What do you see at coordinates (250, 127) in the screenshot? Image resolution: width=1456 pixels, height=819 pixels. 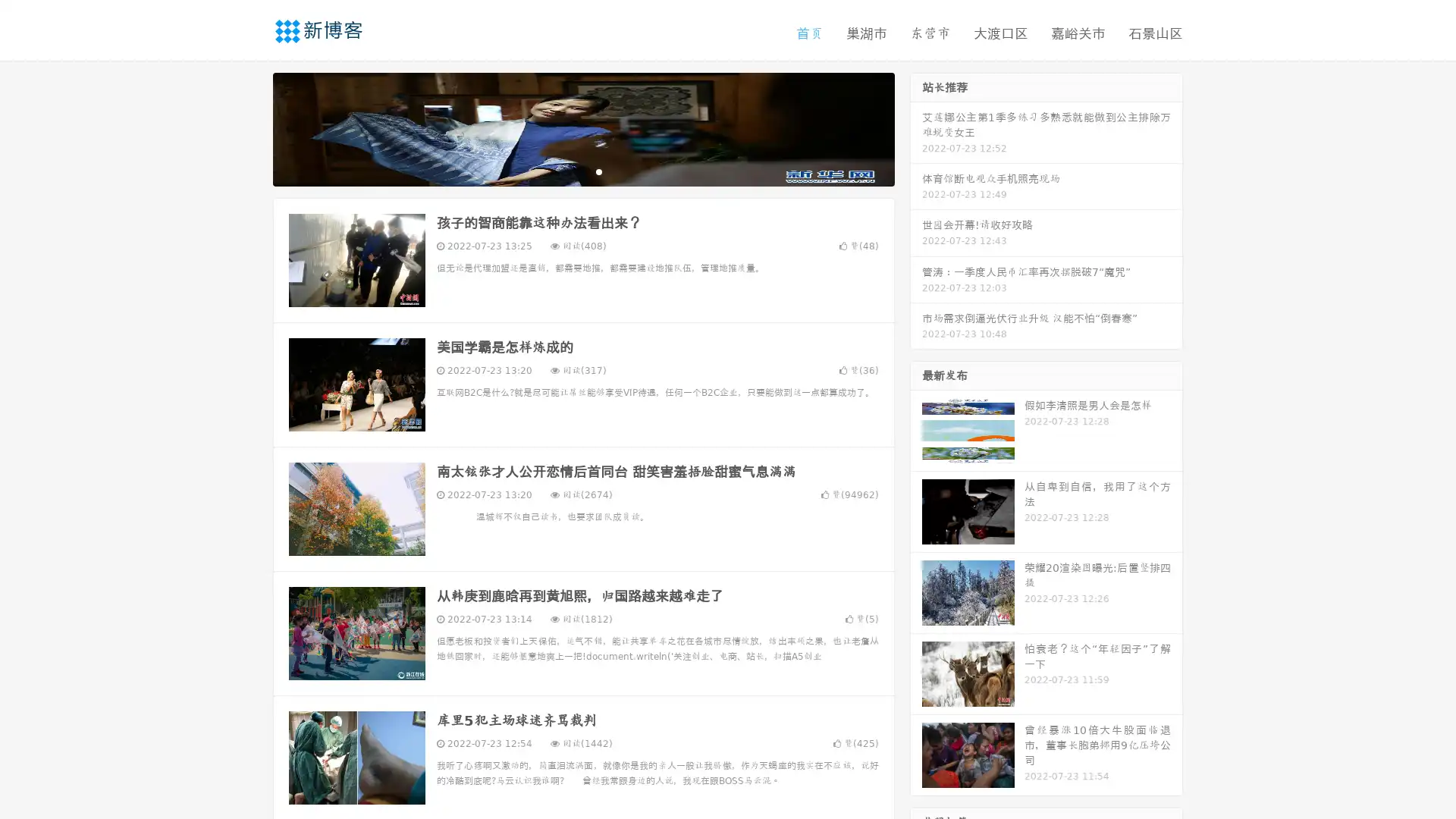 I see `Previous slide` at bounding box center [250, 127].